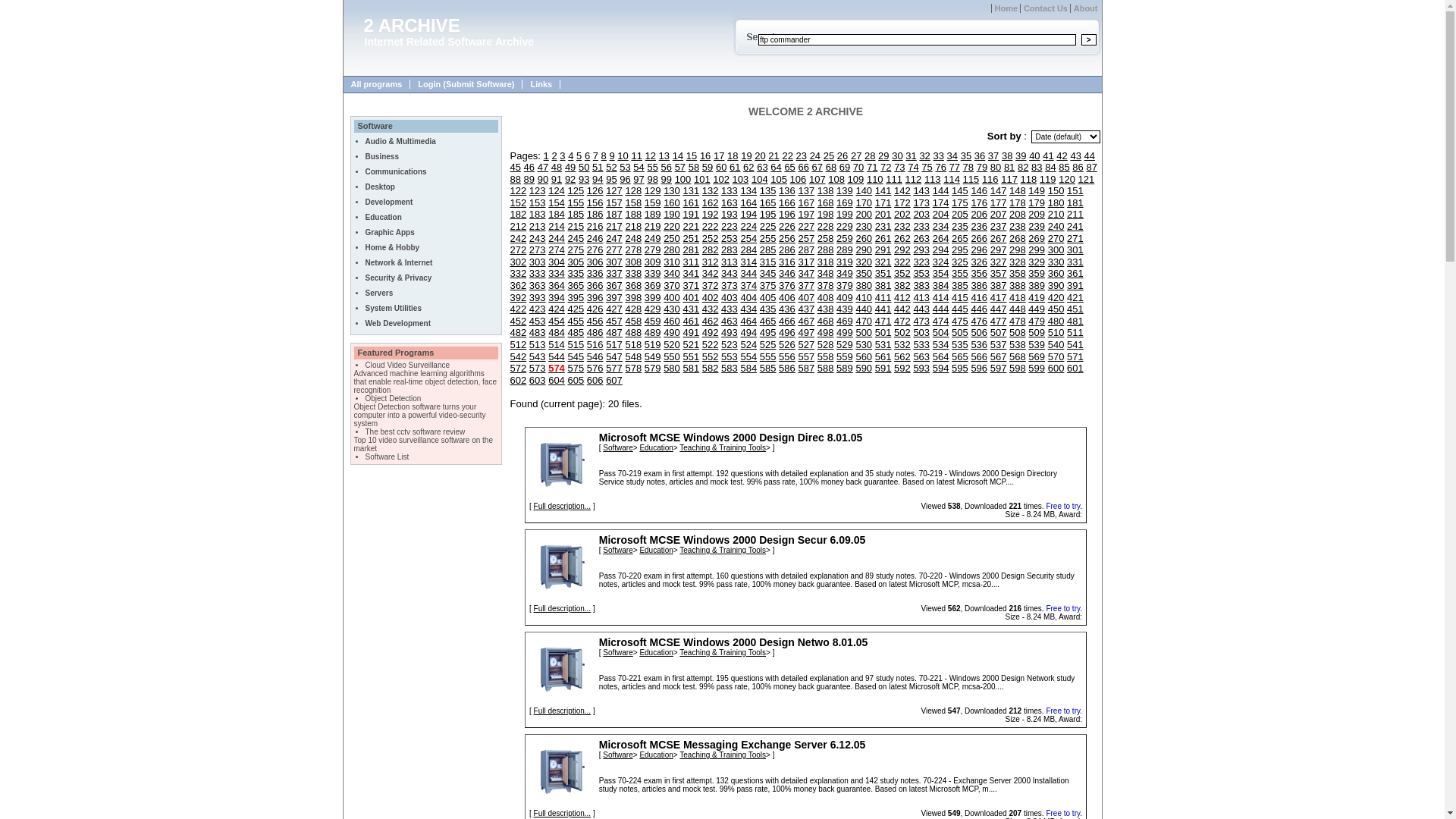 The height and width of the screenshot is (819, 1456). I want to click on '427', so click(614, 308).